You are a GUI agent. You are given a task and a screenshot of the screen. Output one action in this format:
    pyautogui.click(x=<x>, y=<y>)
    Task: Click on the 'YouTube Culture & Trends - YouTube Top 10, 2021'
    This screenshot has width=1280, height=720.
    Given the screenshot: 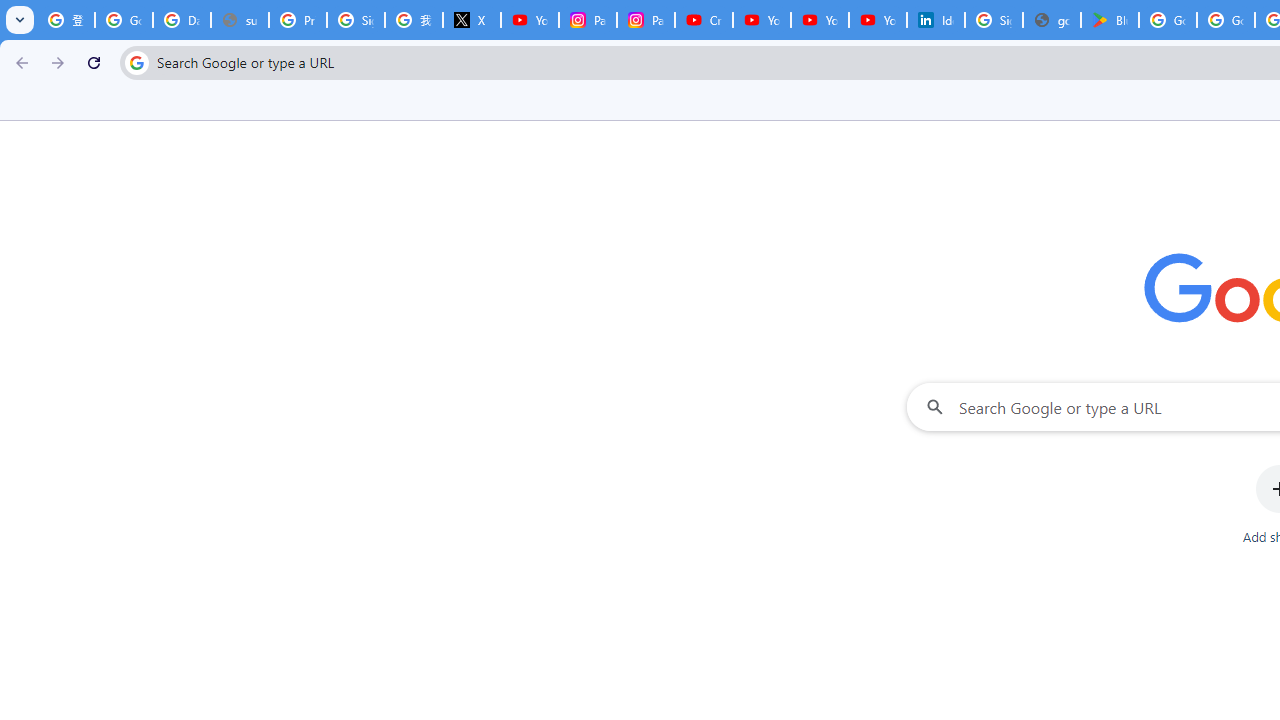 What is the action you would take?
    pyautogui.click(x=819, y=20)
    